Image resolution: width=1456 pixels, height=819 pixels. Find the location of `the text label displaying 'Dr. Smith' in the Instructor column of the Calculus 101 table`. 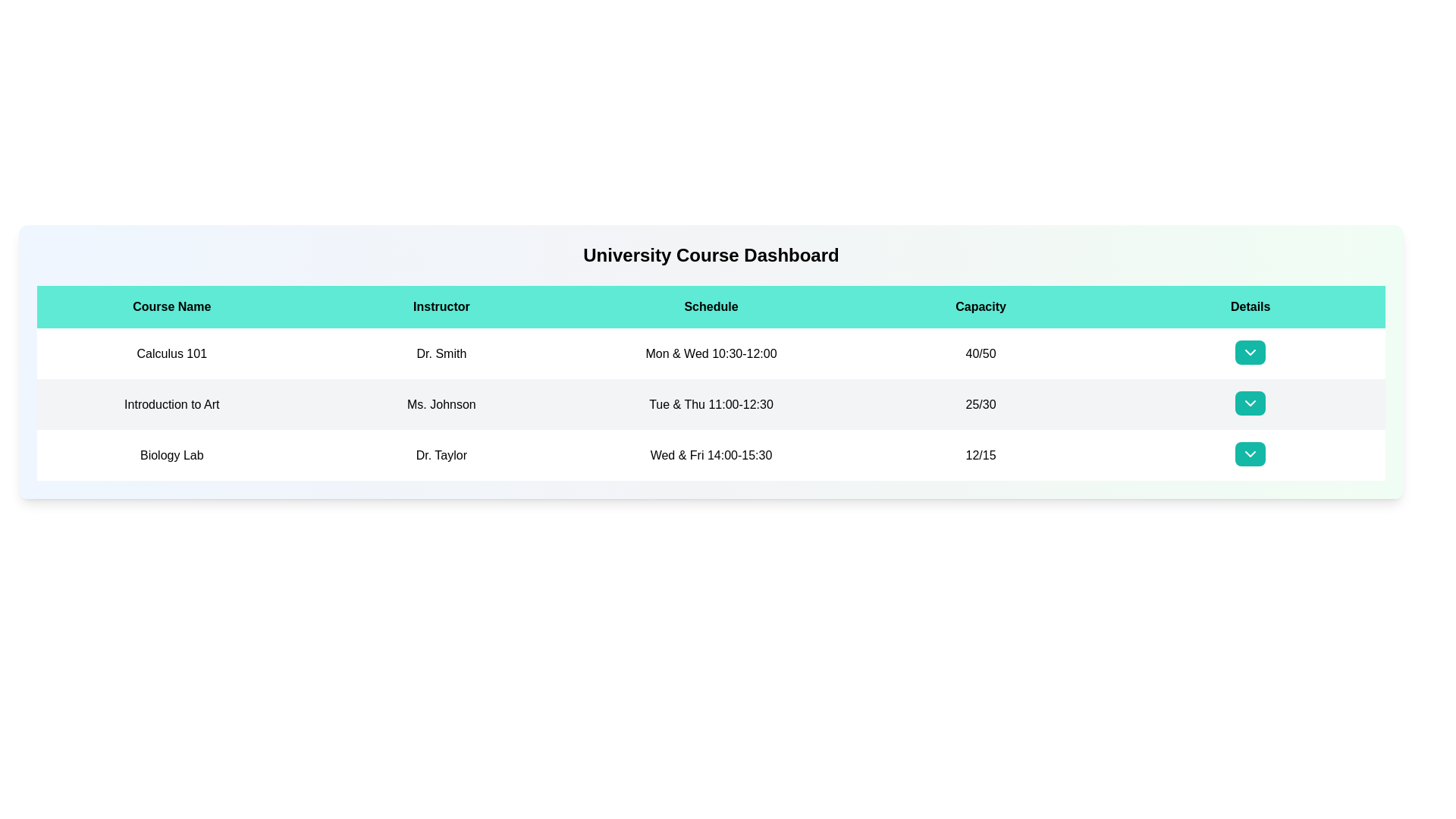

the text label displaying 'Dr. Smith' in the Instructor column of the Calculus 101 table is located at coordinates (441, 353).